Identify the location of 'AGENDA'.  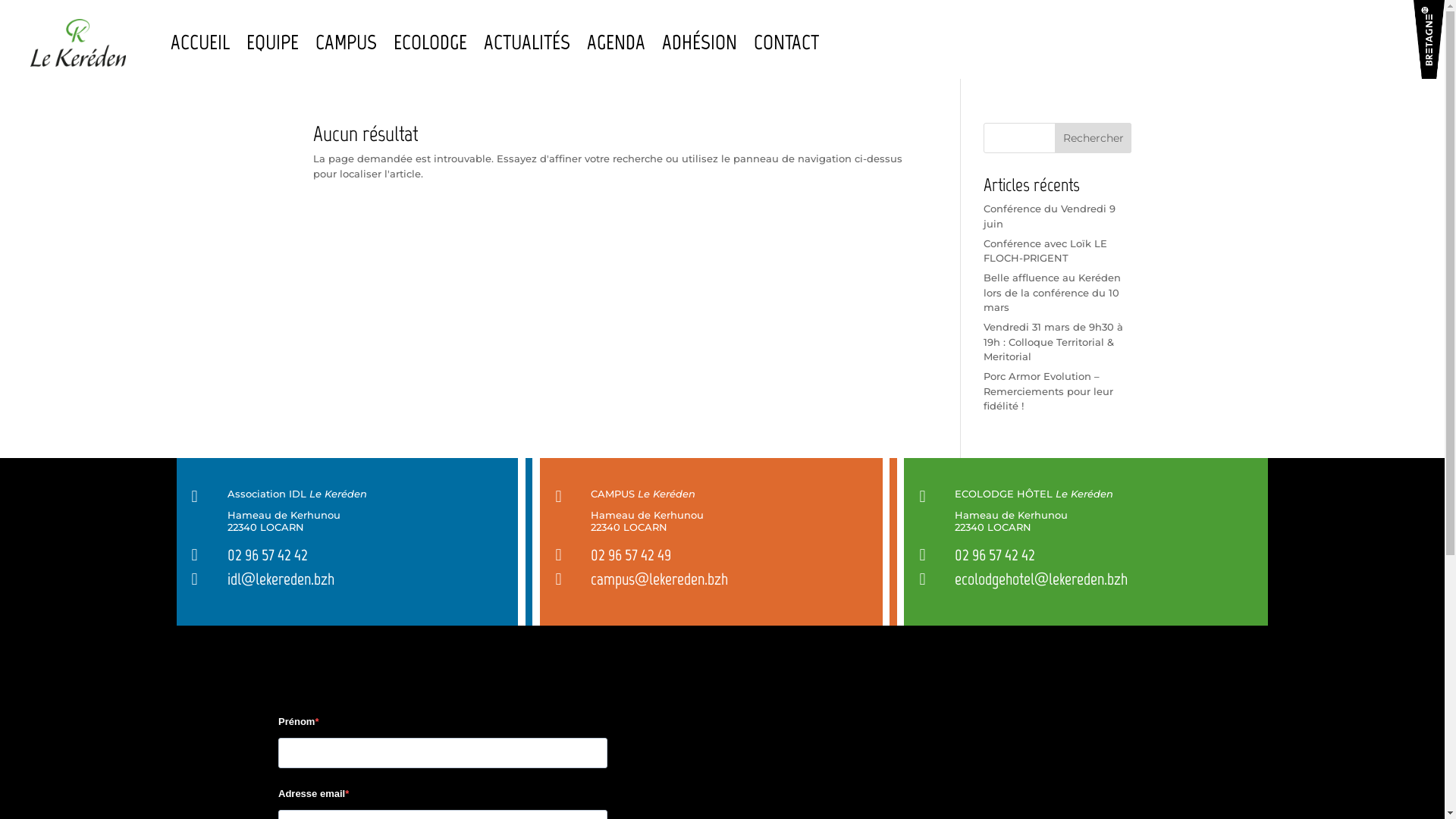
(616, 42).